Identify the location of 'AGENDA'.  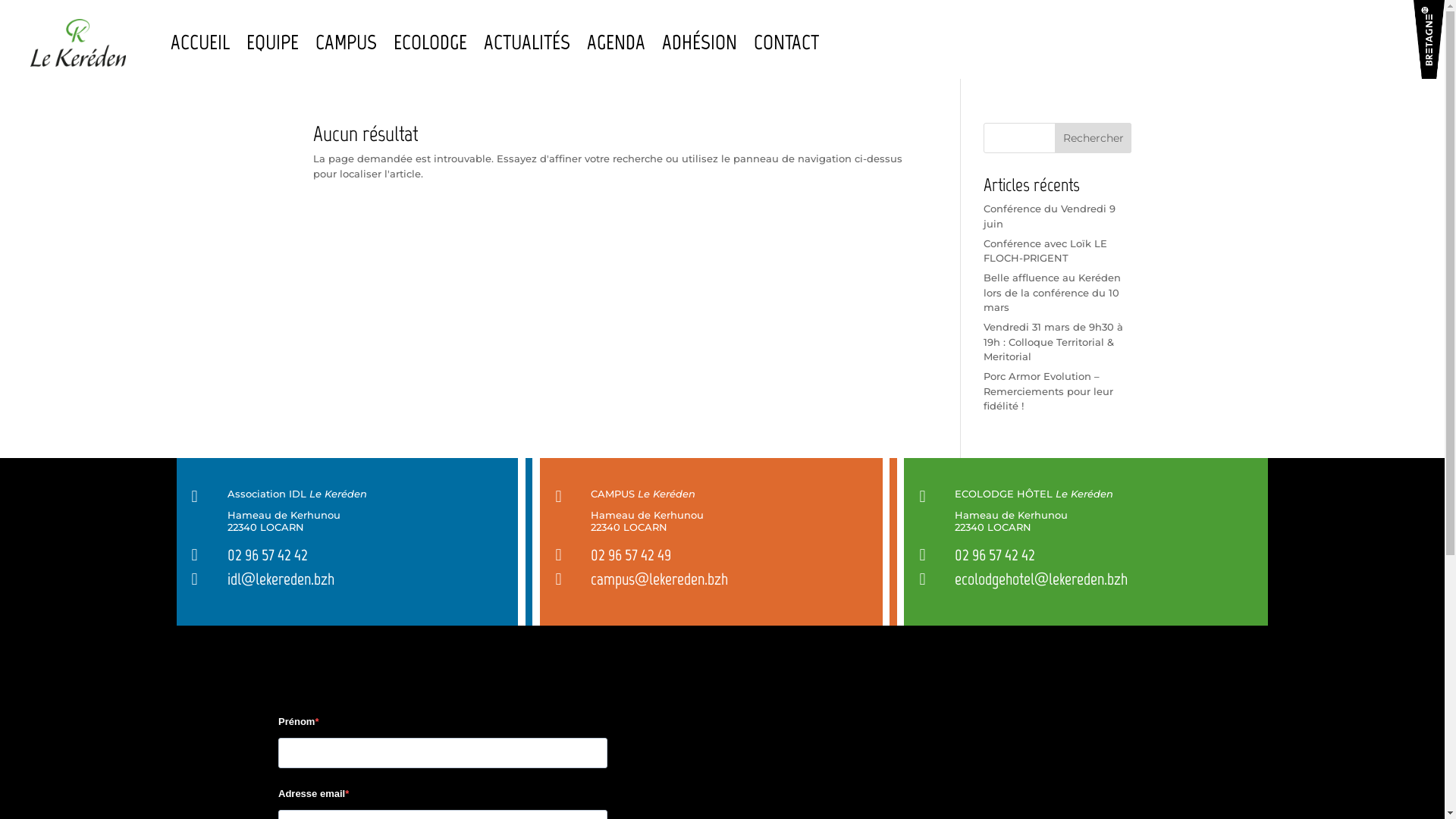
(616, 42).